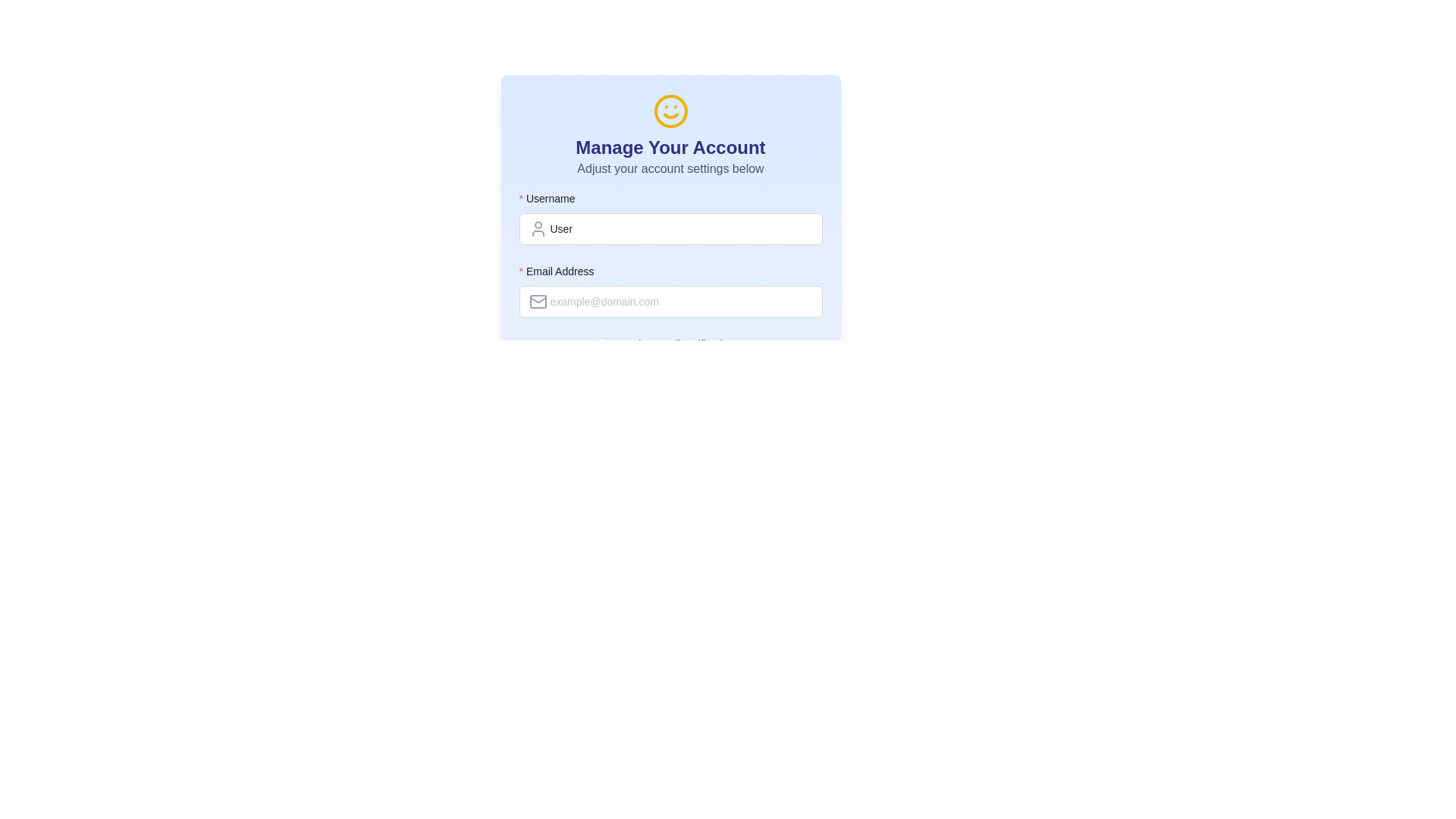  Describe the element at coordinates (538, 301) in the screenshot. I see `the SVG rectangle component that forms the body of the envelope icon, which indicates email-related functionality, located to the left of the email input field` at that location.